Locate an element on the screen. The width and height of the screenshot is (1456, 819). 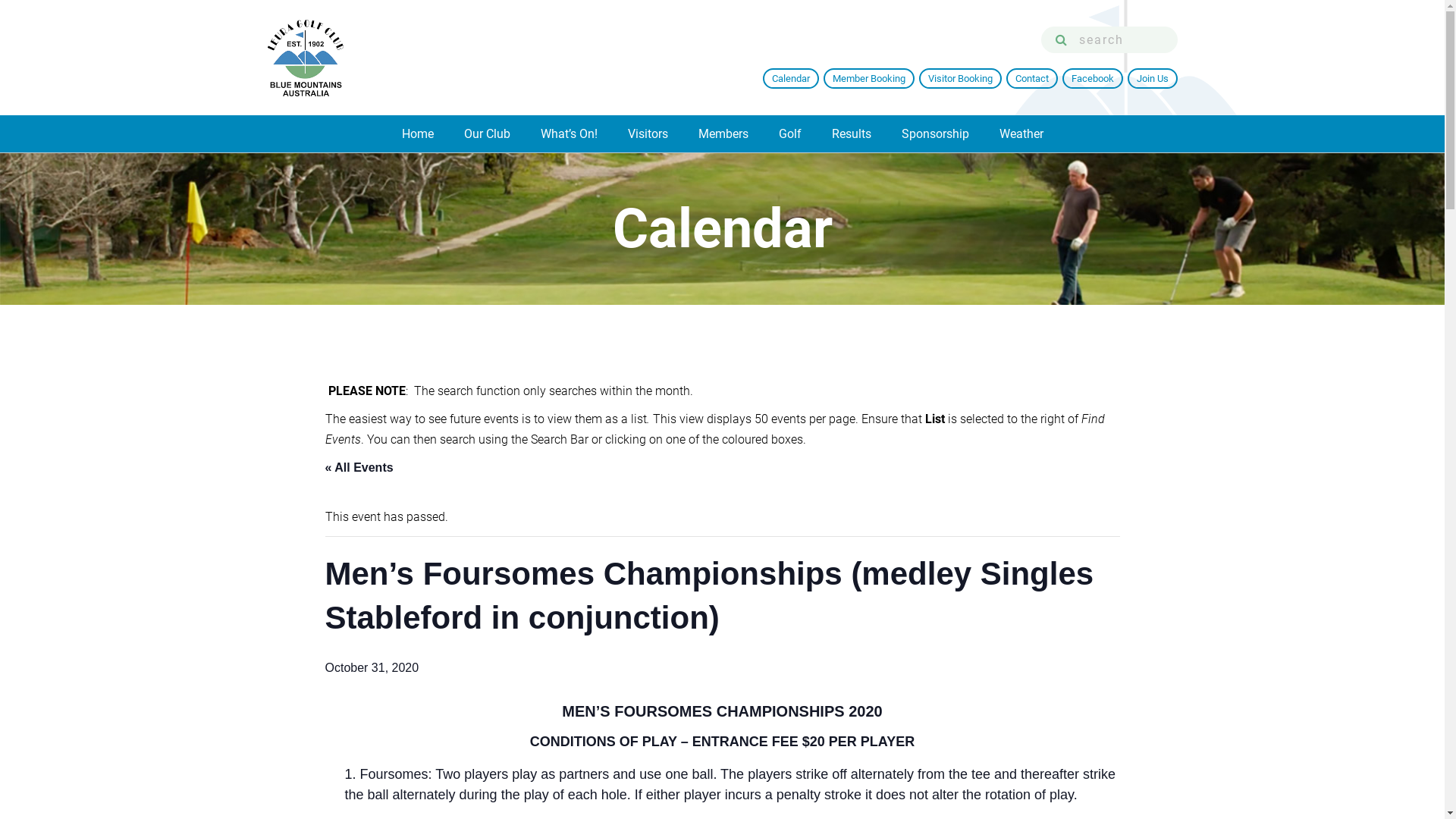
'Home' is located at coordinates (418, 133).